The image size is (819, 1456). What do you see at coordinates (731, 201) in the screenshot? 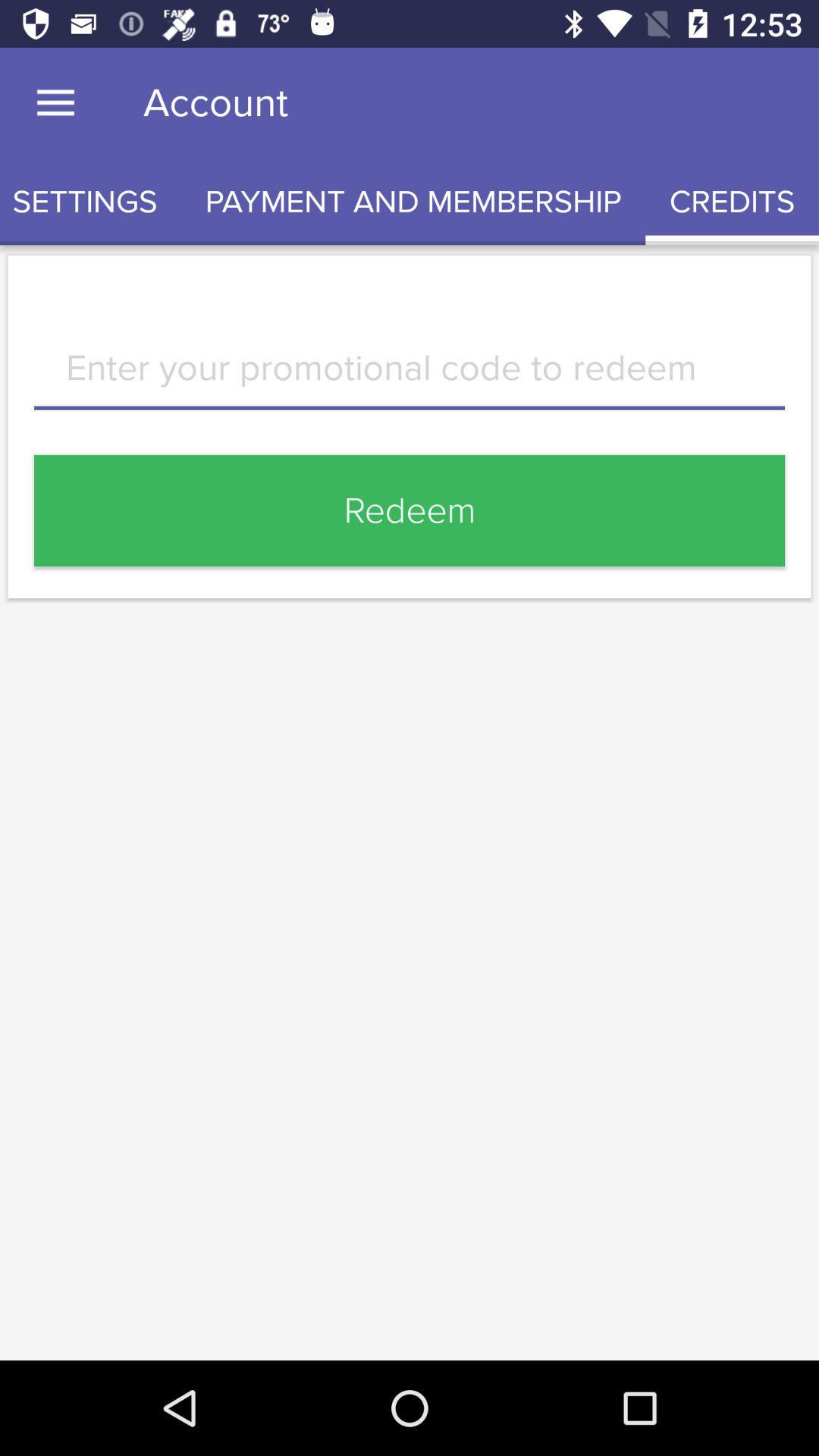
I see `credits` at bounding box center [731, 201].